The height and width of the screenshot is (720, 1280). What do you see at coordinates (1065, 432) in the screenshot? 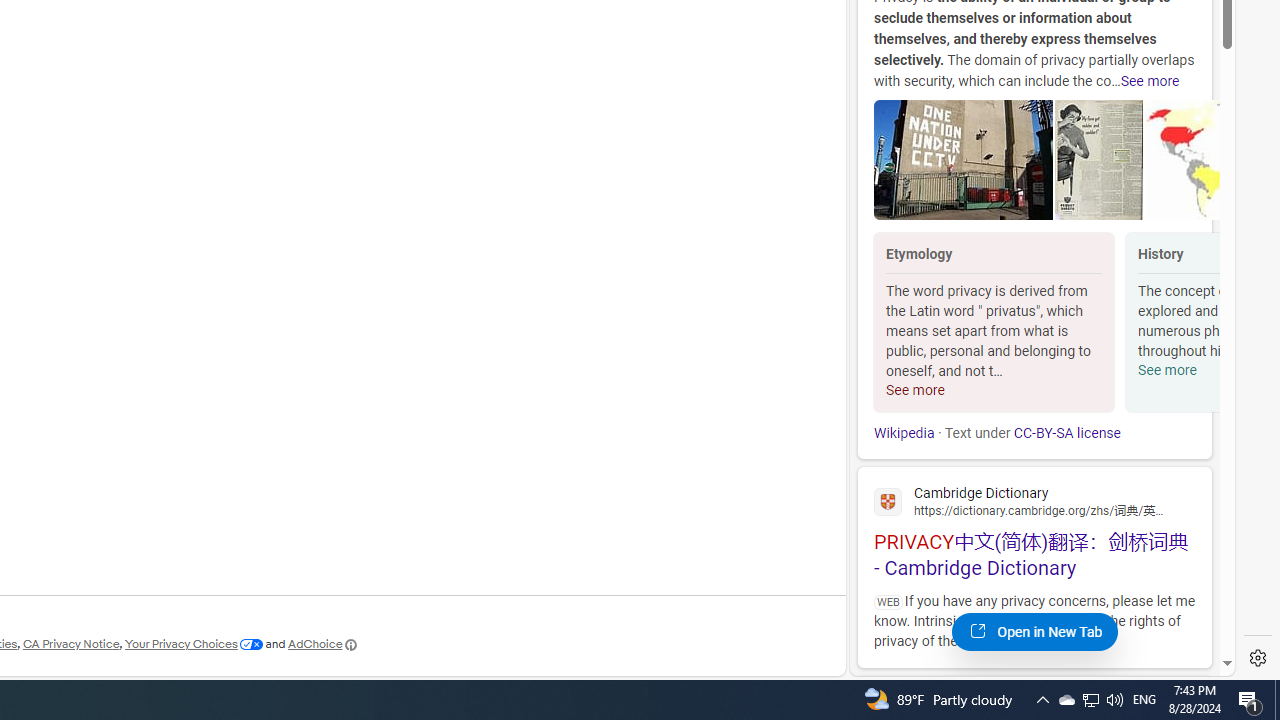
I see `'CC-BY-SA license'` at bounding box center [1065, 432].